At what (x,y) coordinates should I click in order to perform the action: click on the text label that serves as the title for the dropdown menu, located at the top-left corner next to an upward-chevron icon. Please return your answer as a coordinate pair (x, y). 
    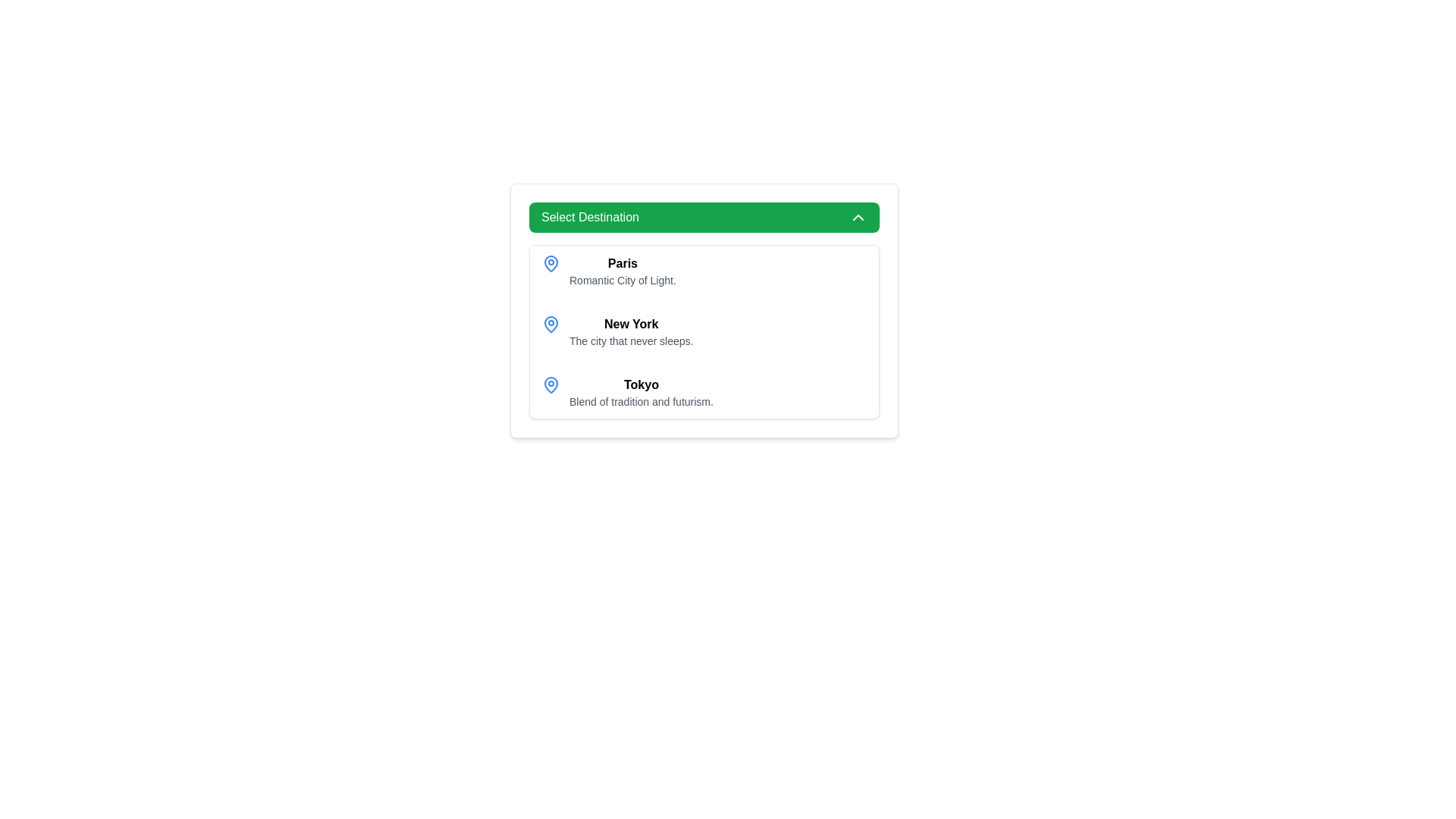
    Looking at the image, I should click on (589, 217).